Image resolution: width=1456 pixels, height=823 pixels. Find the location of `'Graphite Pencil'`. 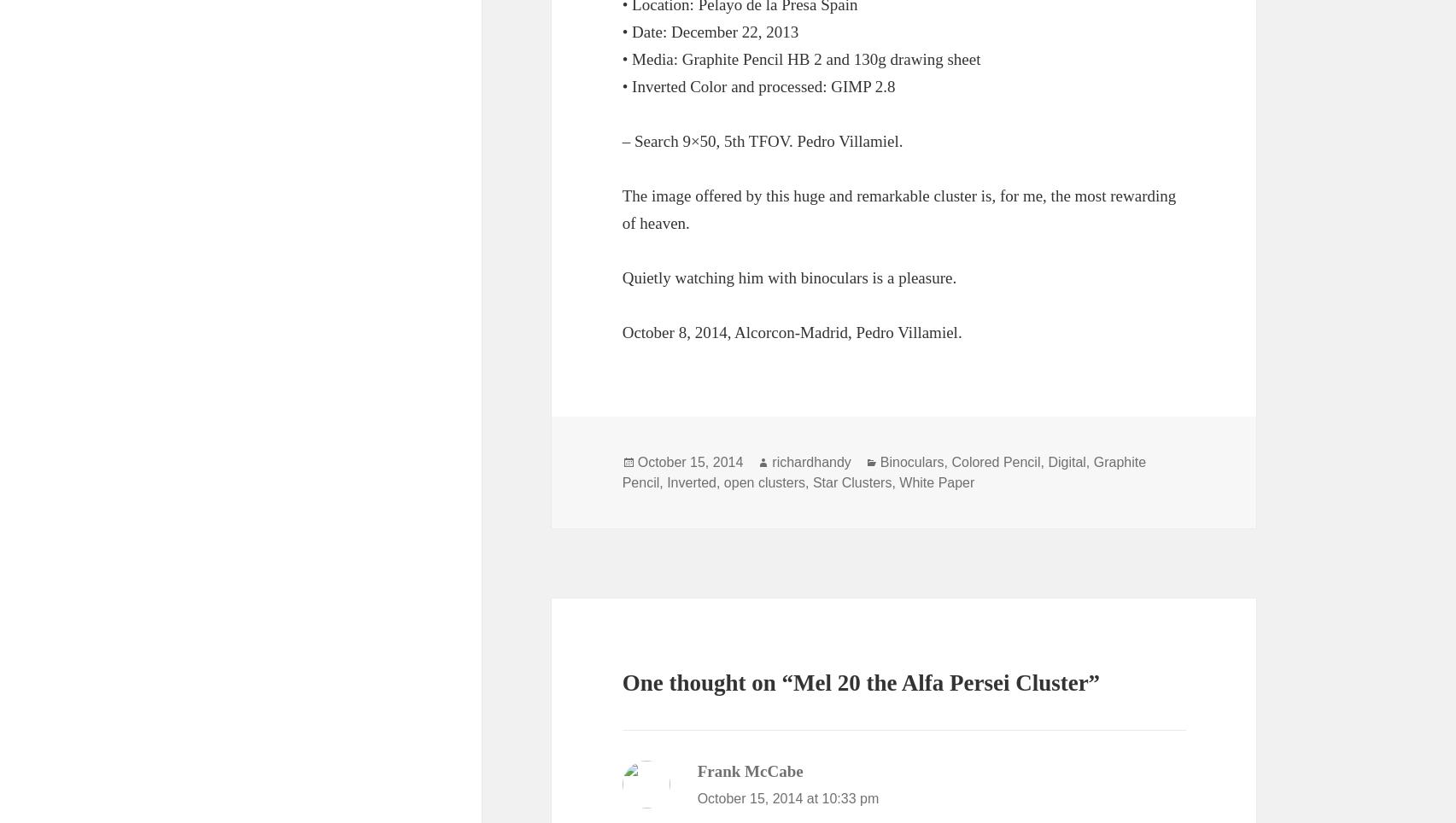

'Graphite Pencil' is located at coordinates (622, 471).